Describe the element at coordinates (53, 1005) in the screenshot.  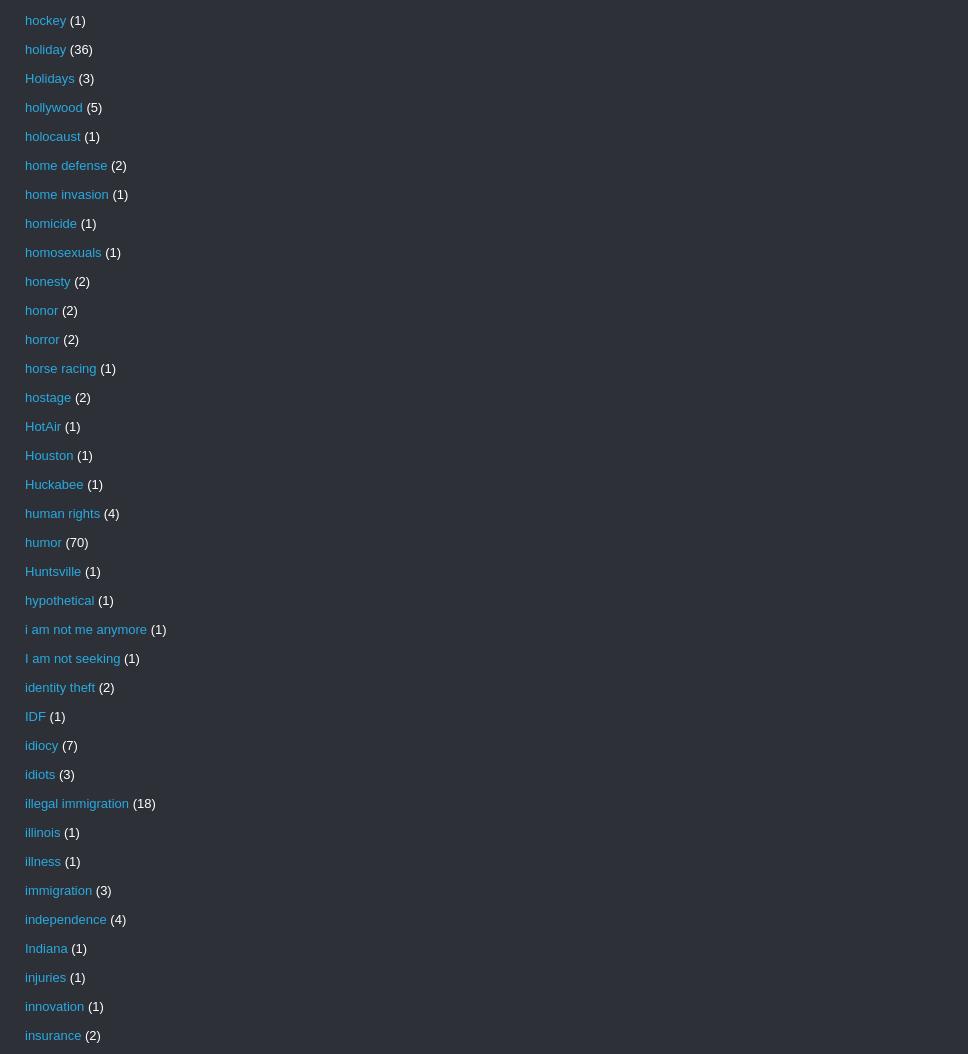
I see `'innovation'` at that location.